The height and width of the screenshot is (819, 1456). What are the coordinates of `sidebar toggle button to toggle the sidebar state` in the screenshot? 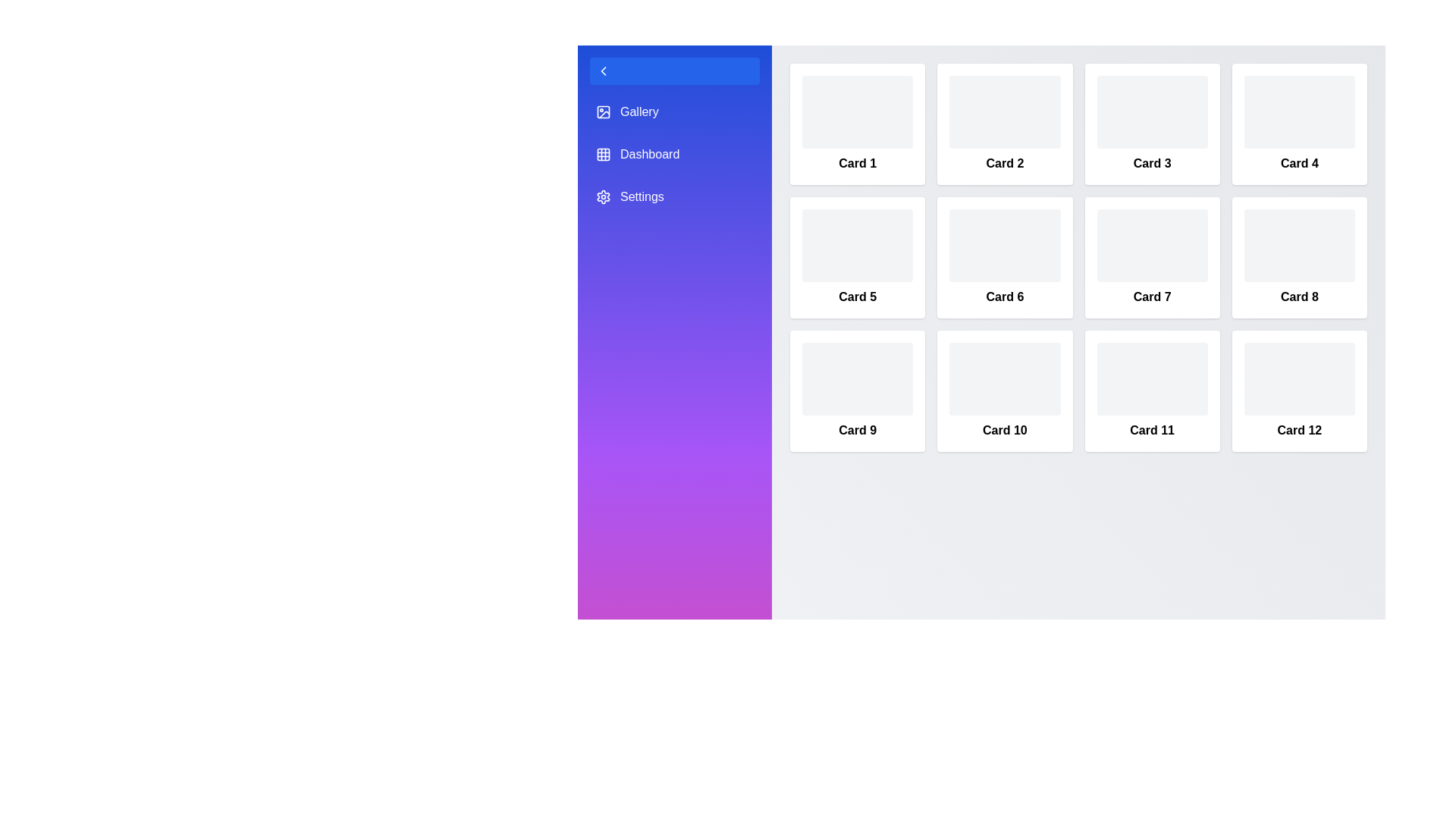 It's located at (673, 71).